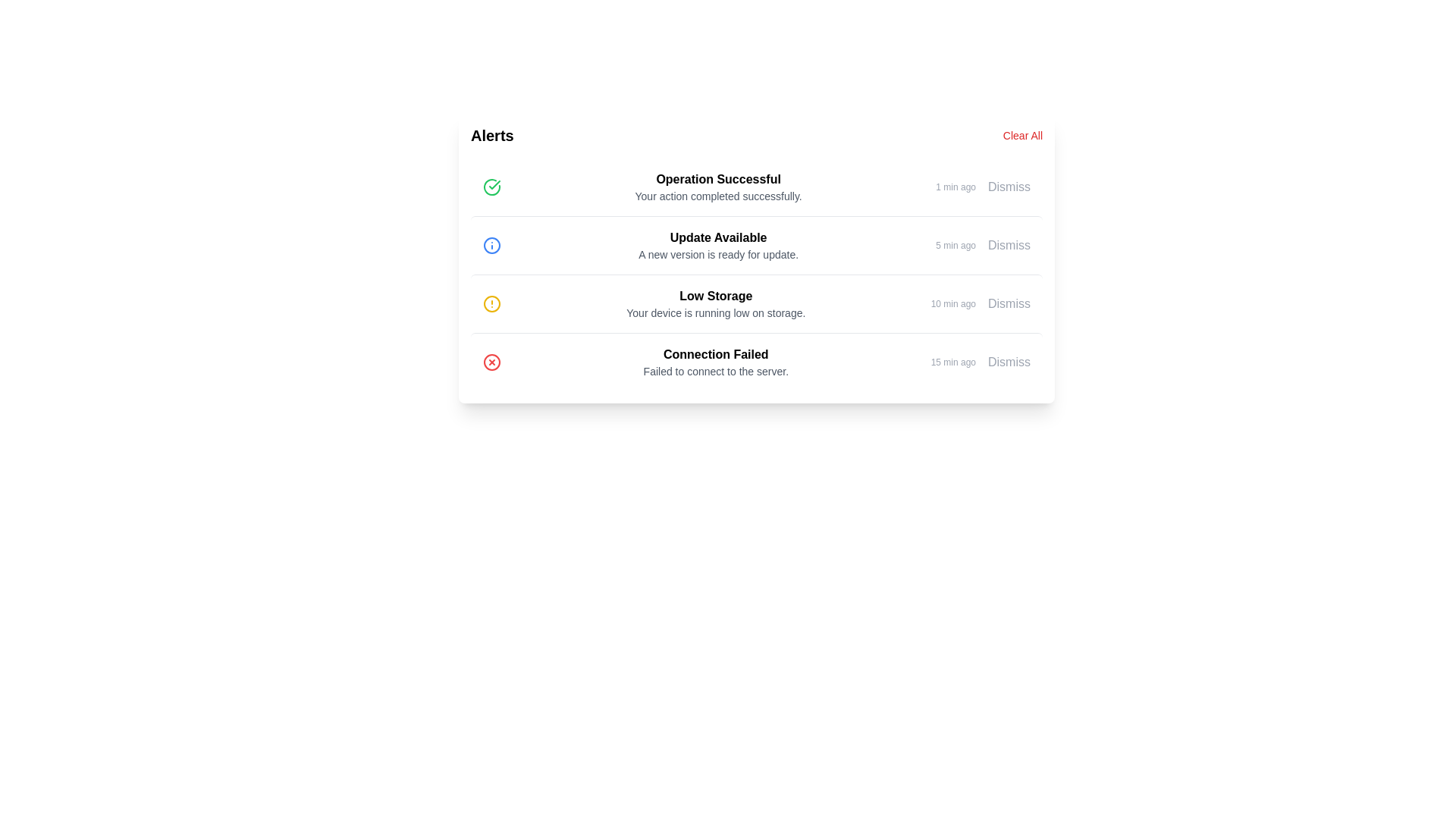 The image size is (1456, 819). Describe the element at coordinates (491, 245) in the screenshot. I see `the circular SVG element indicating an informational state, located at the beginning of the second notification row in the 'Alerts' section, to the left of the title 'Update Available'` at that location.